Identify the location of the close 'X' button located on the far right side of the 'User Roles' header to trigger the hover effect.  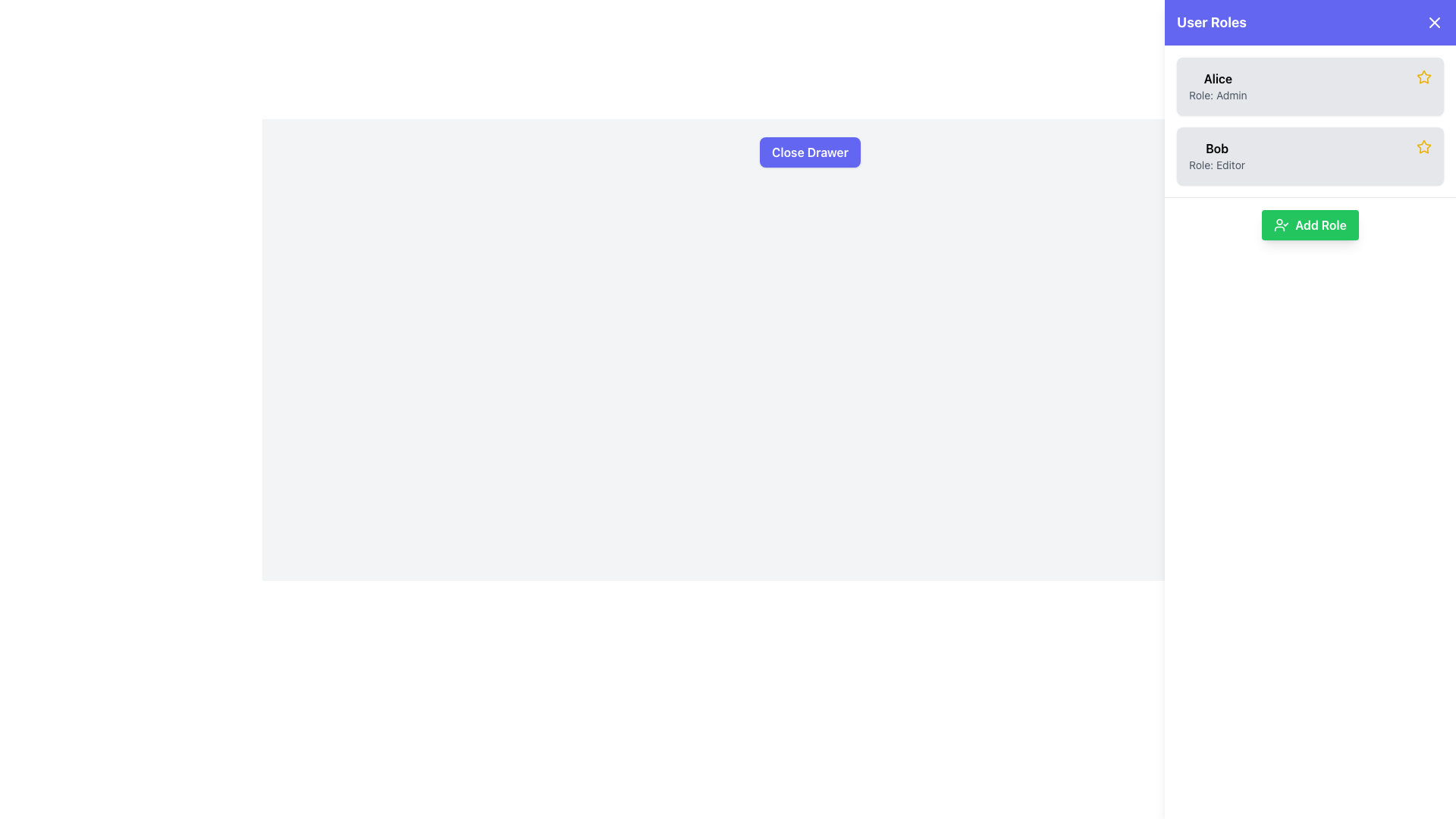
(1433, 23).